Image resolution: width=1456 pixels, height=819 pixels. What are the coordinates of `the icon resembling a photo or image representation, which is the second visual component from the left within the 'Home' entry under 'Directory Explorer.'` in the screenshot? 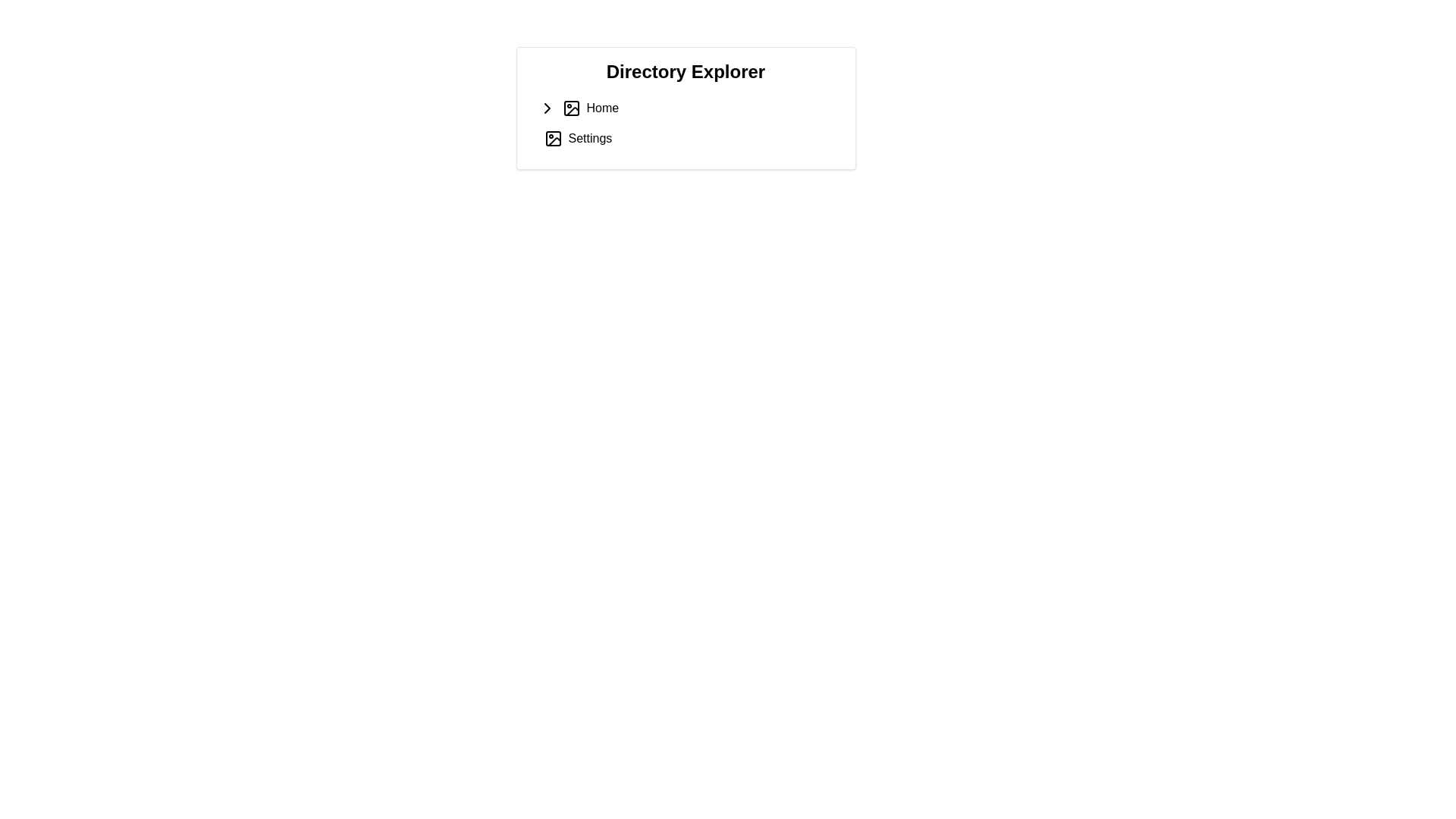 It's located at (570, 107).